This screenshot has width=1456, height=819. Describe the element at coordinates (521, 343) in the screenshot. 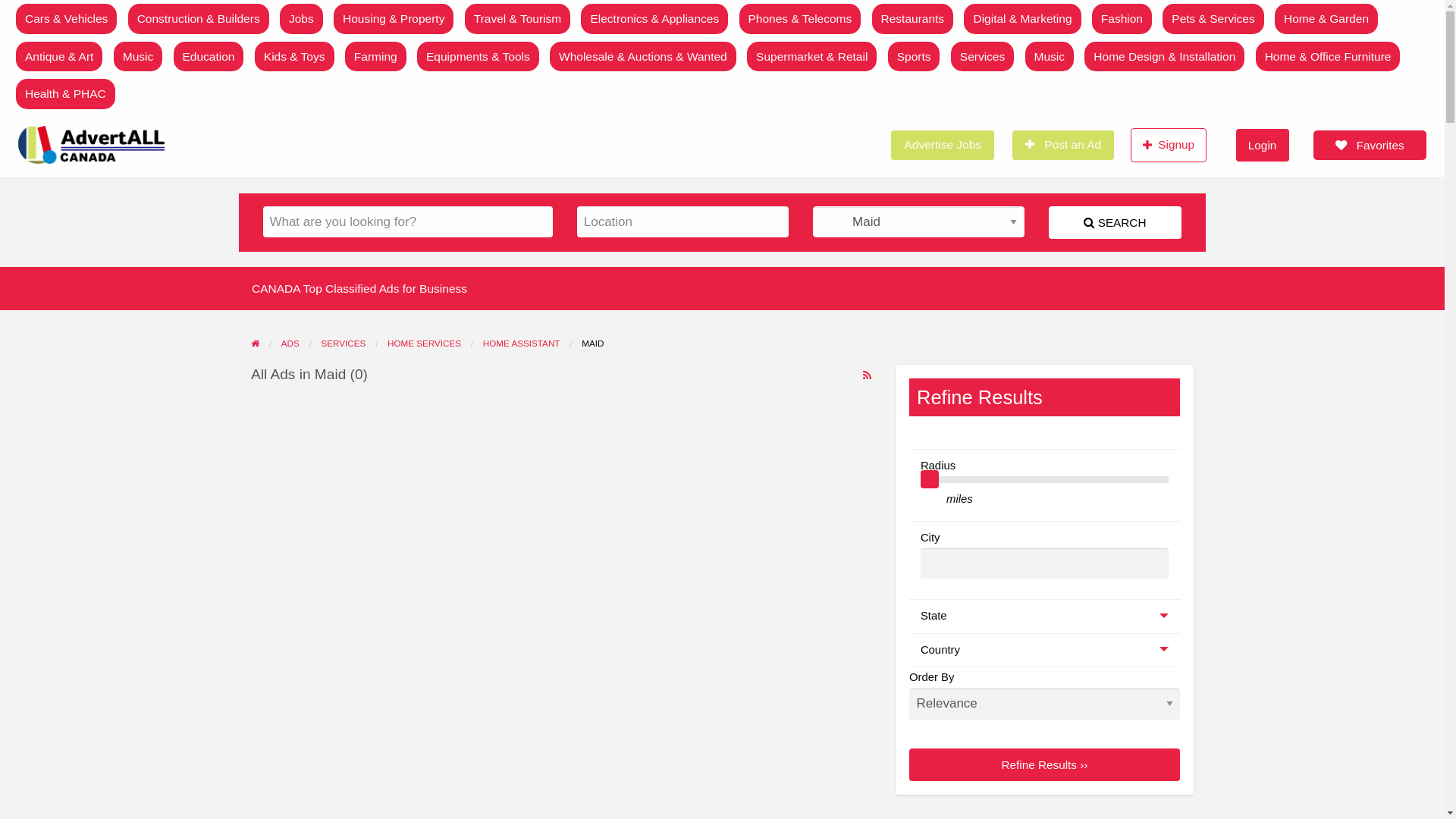

I see `'HOME ASSISTANT'` at that location.